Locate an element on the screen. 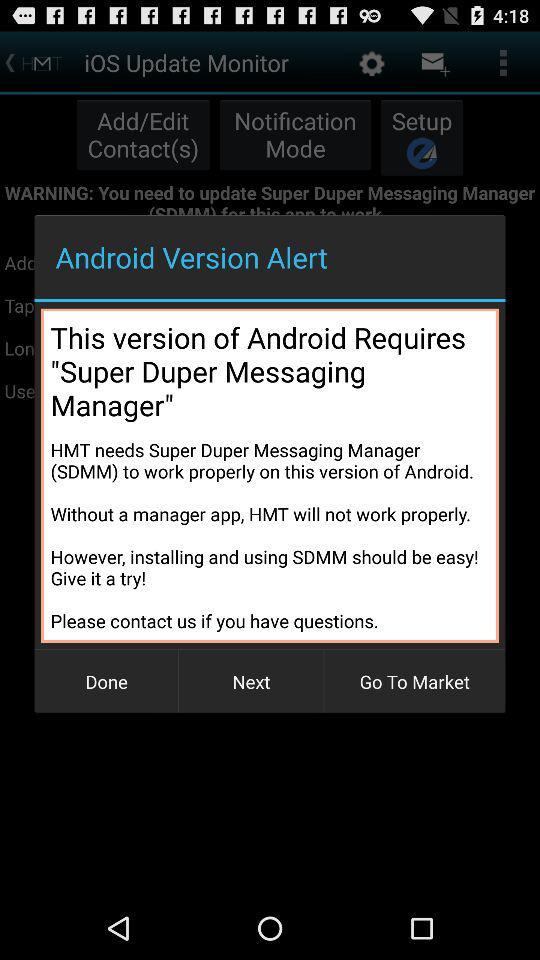  the go to market item is located at coordinates (413, 681).